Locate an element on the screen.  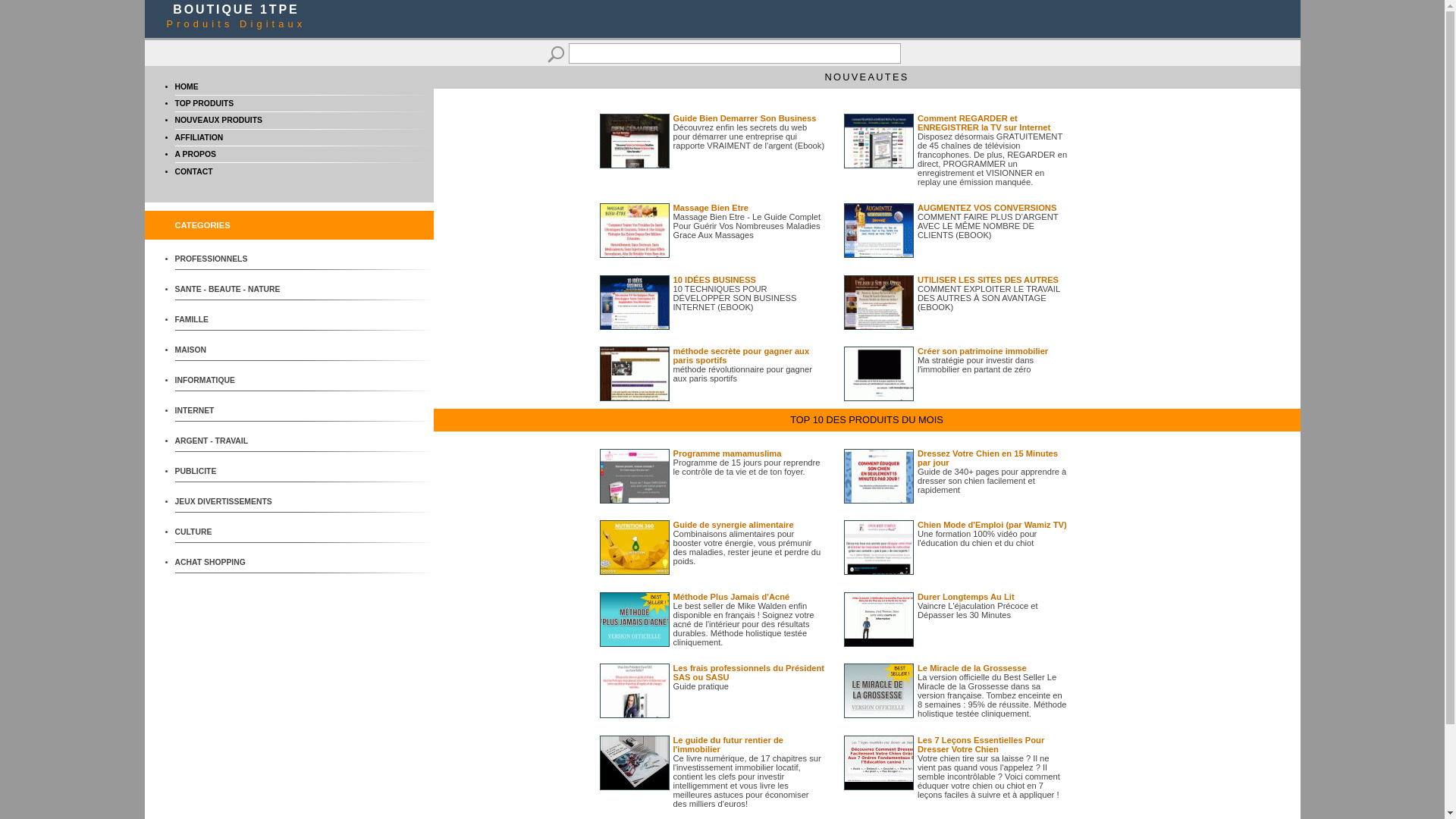
'MAISON' is located at coordinates (231, 350).